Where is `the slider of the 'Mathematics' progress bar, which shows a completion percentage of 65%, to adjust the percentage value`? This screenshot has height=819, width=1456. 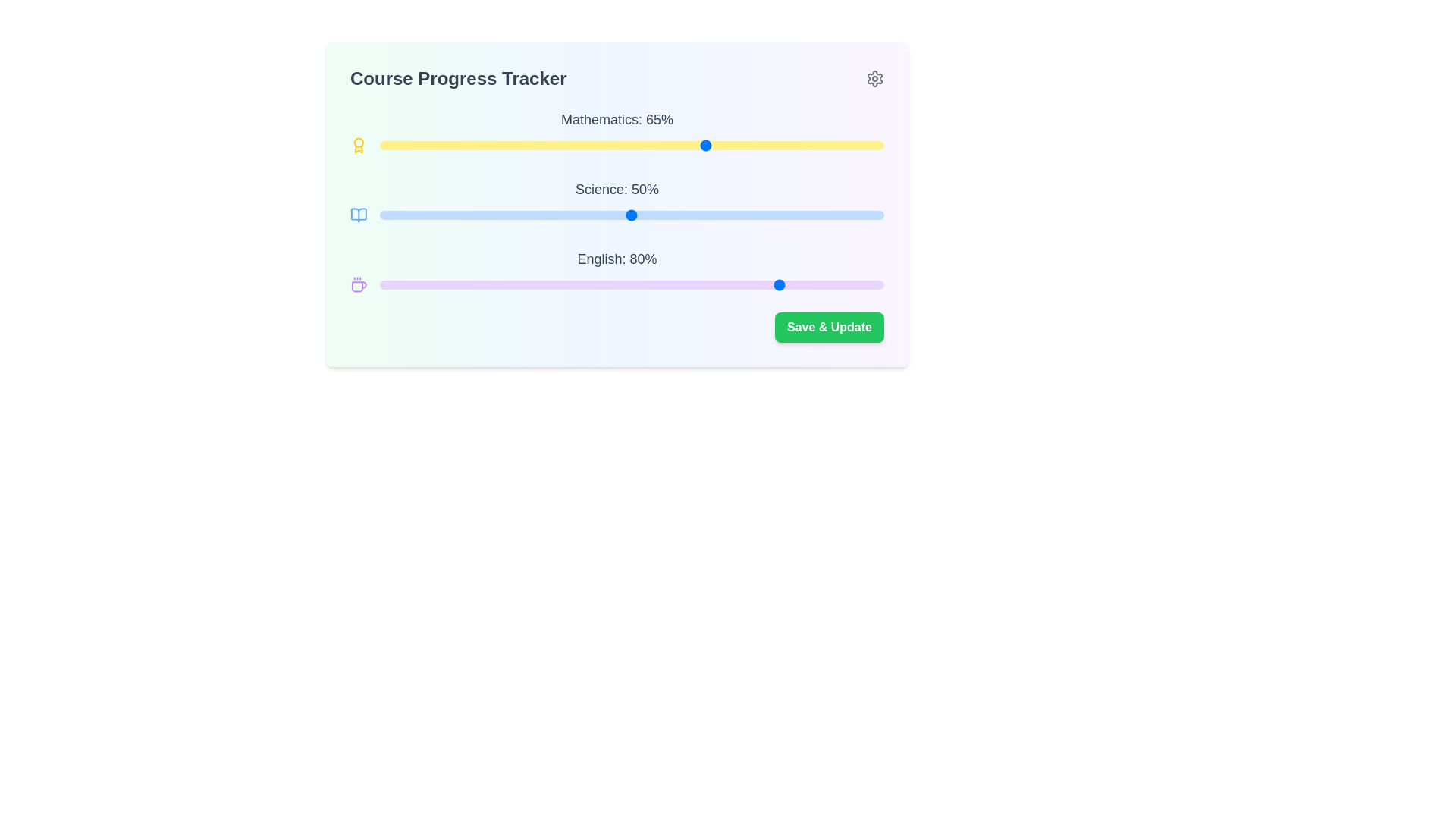
the slider of the 'Mathematics' progress bar, which shows a completion percentage of 65%, to adjust the percentage value is located at coordinates (617, 130).